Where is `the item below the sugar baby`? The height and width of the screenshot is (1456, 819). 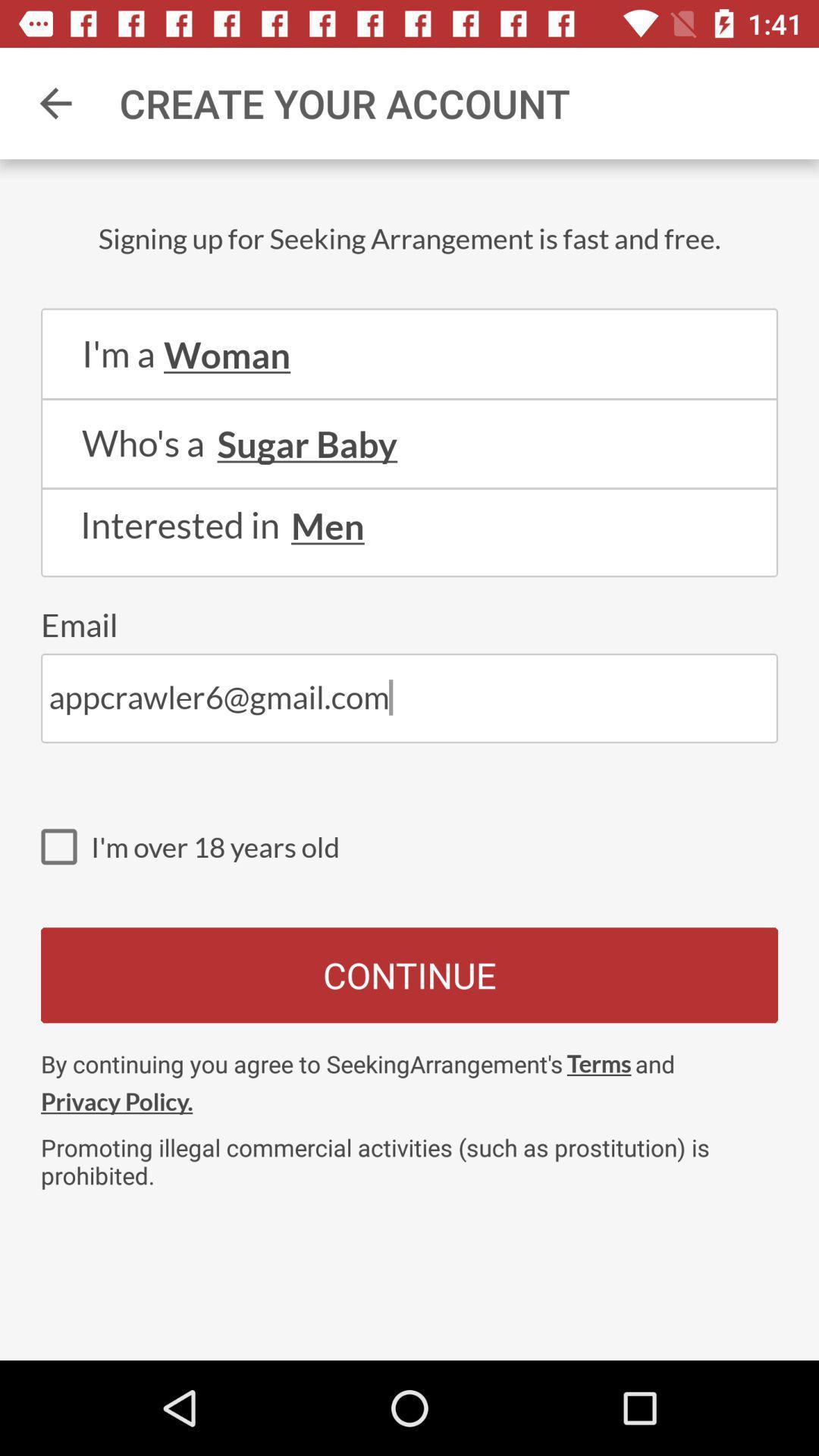 the item below the sugar baby is located at coordinates (409, 488).